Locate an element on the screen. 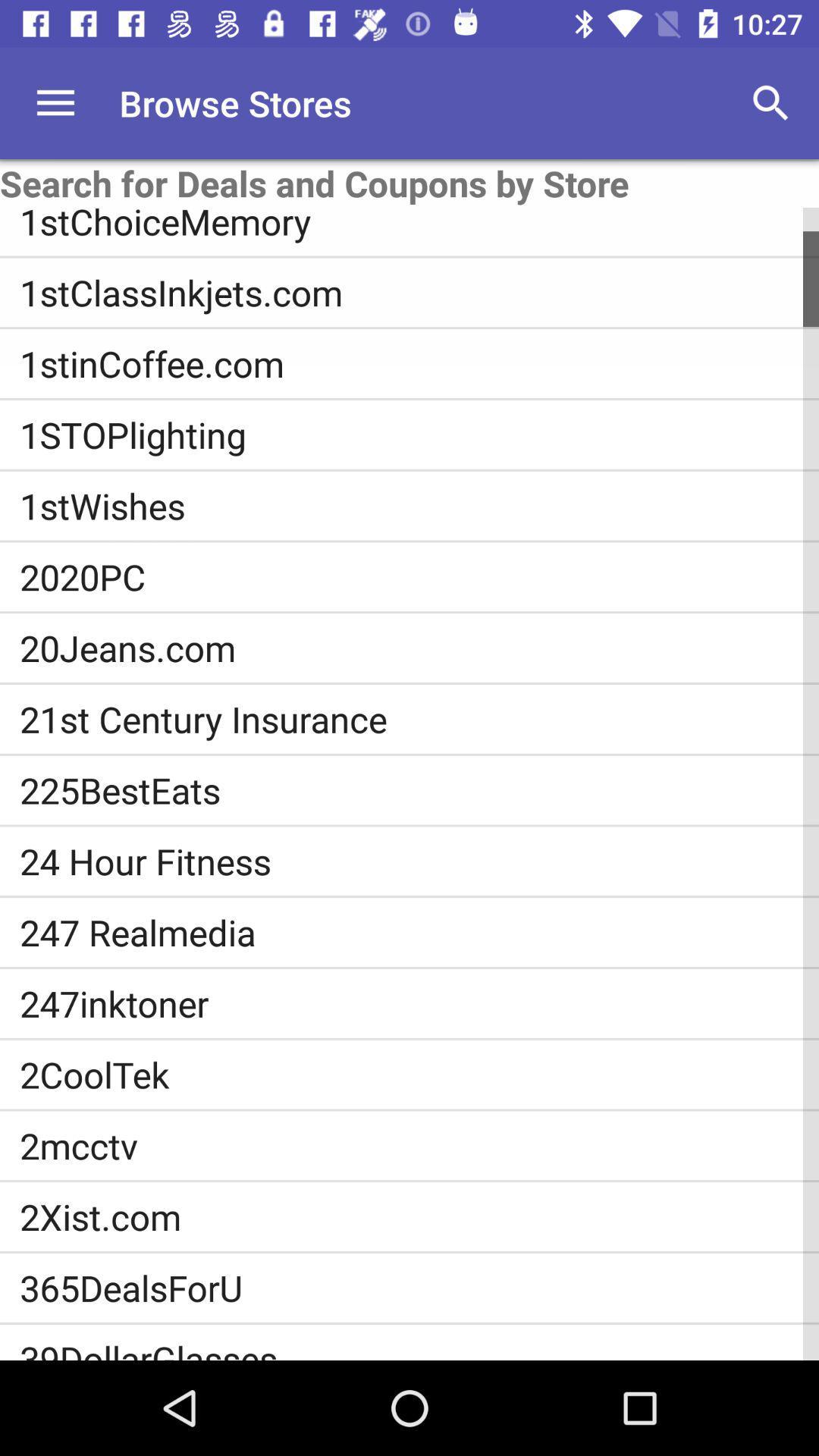 The image size is (819, 1456). icon above 2xist.com is located at coordinates (419, 1145).